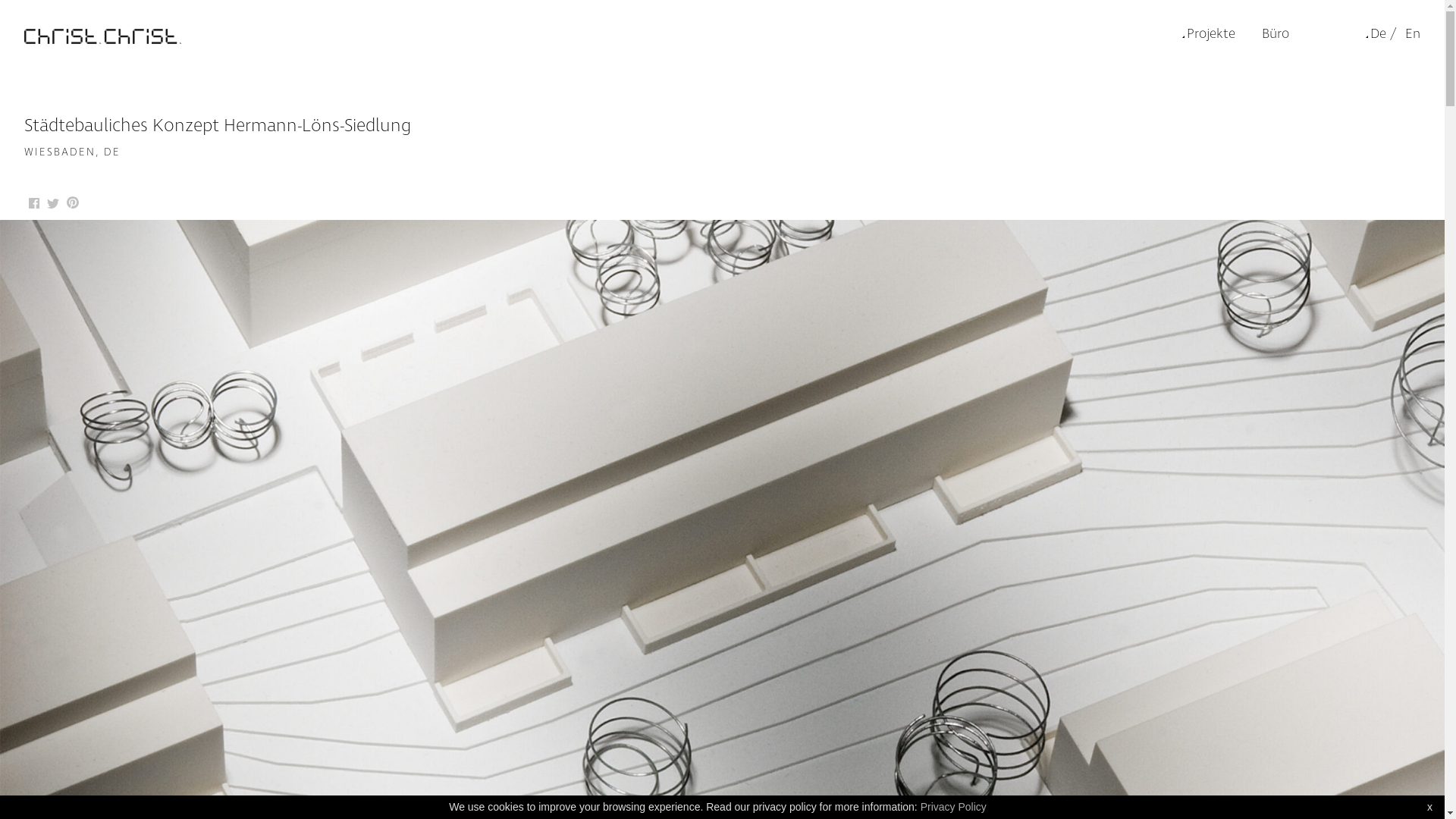 Image resolution: width=1456 pixels, height=819 pixels. What do you see at coordinates (1376, 33) in the screenshot?
I see `'De'` at bounding box center [1376, 33].